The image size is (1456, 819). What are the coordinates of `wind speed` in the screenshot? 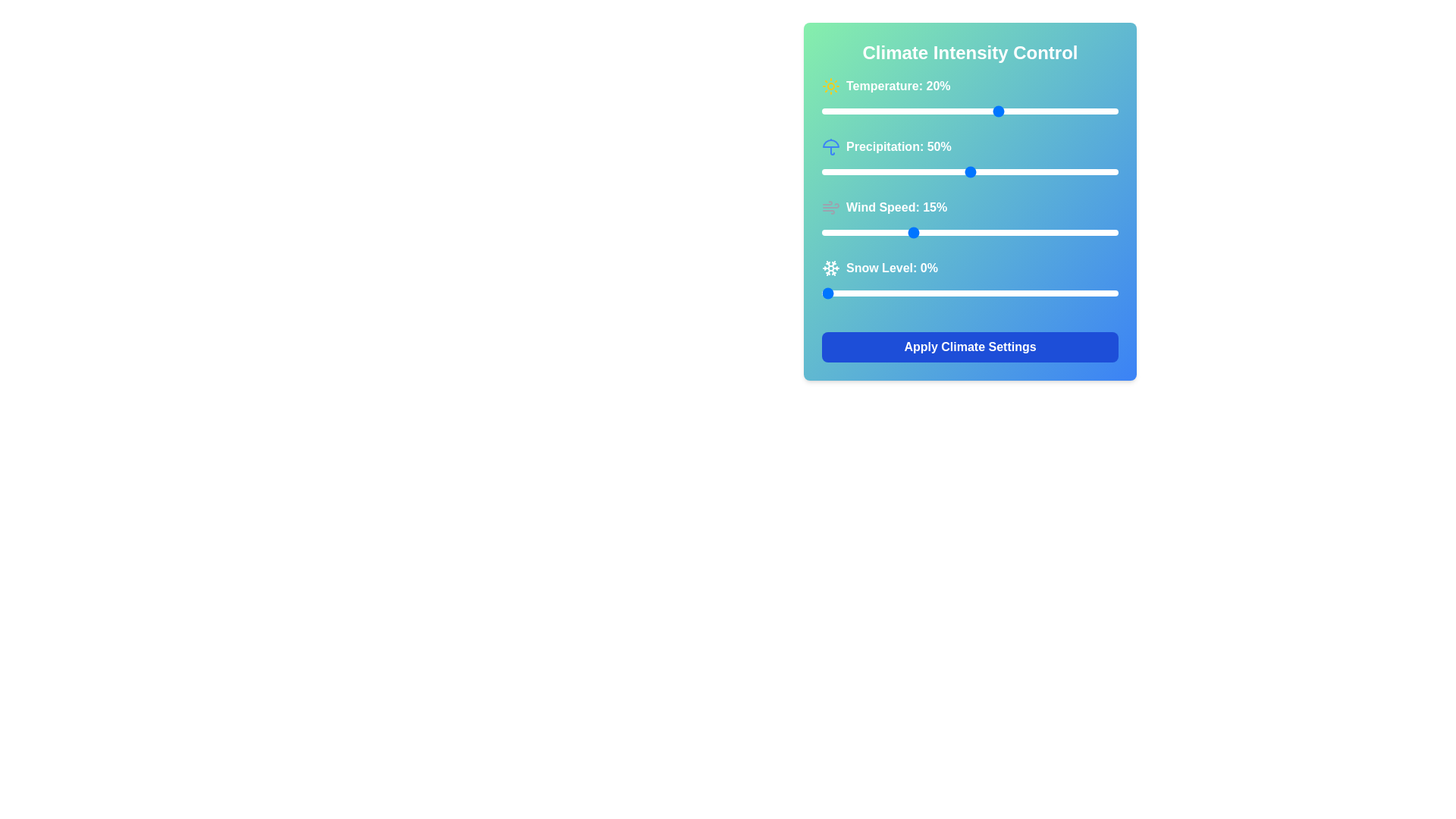 It's located at (869, 233).